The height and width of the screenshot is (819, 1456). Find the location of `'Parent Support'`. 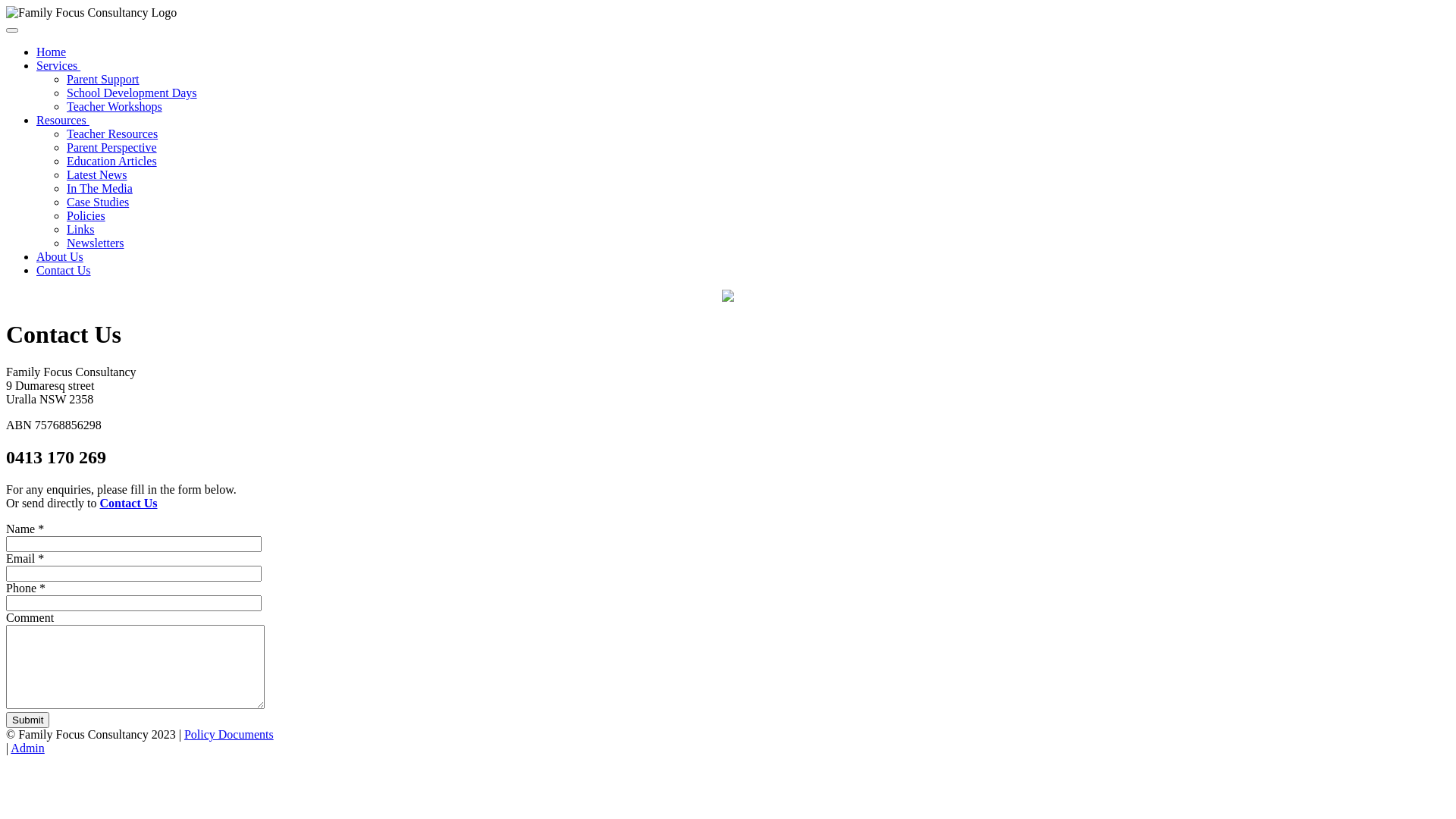

'Parent Support' is located at coordinates (102, 79).